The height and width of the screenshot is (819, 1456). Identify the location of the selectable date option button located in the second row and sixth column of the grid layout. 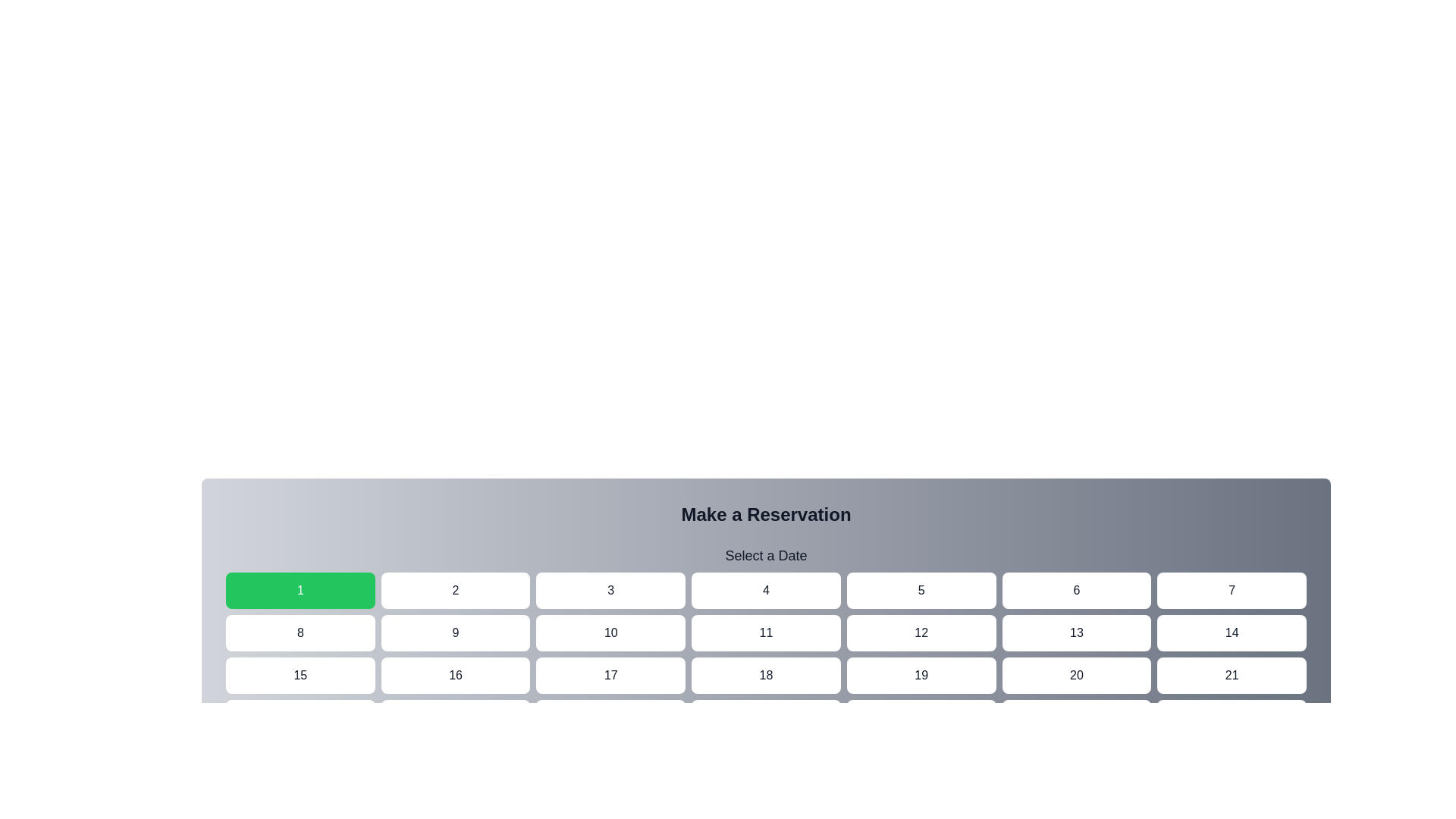
(1075, 632).